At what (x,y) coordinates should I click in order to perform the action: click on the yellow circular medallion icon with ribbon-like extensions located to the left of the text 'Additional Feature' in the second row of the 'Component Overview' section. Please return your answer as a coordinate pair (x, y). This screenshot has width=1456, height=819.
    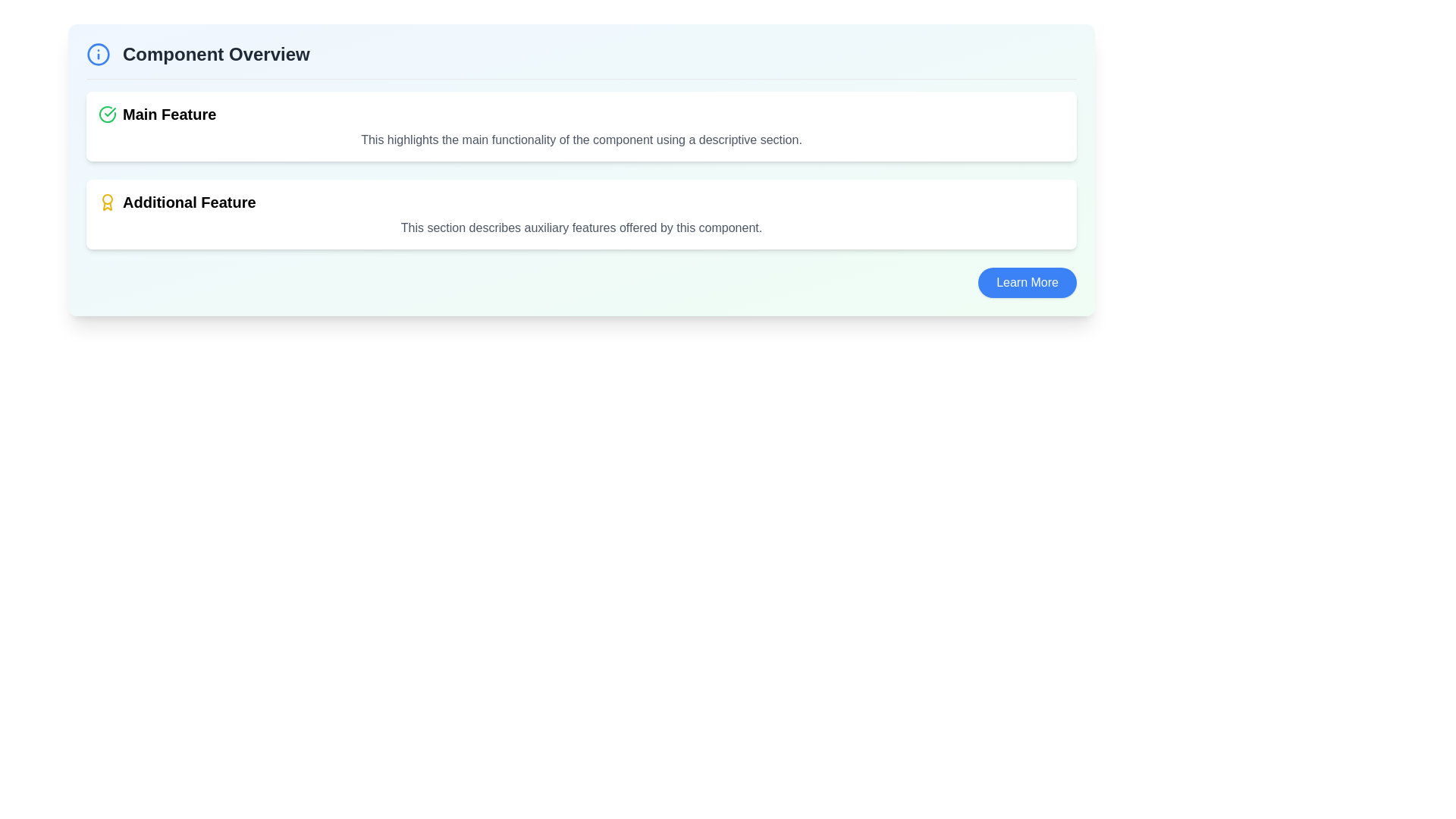
    Looking at the image, I should click on (107, 201).